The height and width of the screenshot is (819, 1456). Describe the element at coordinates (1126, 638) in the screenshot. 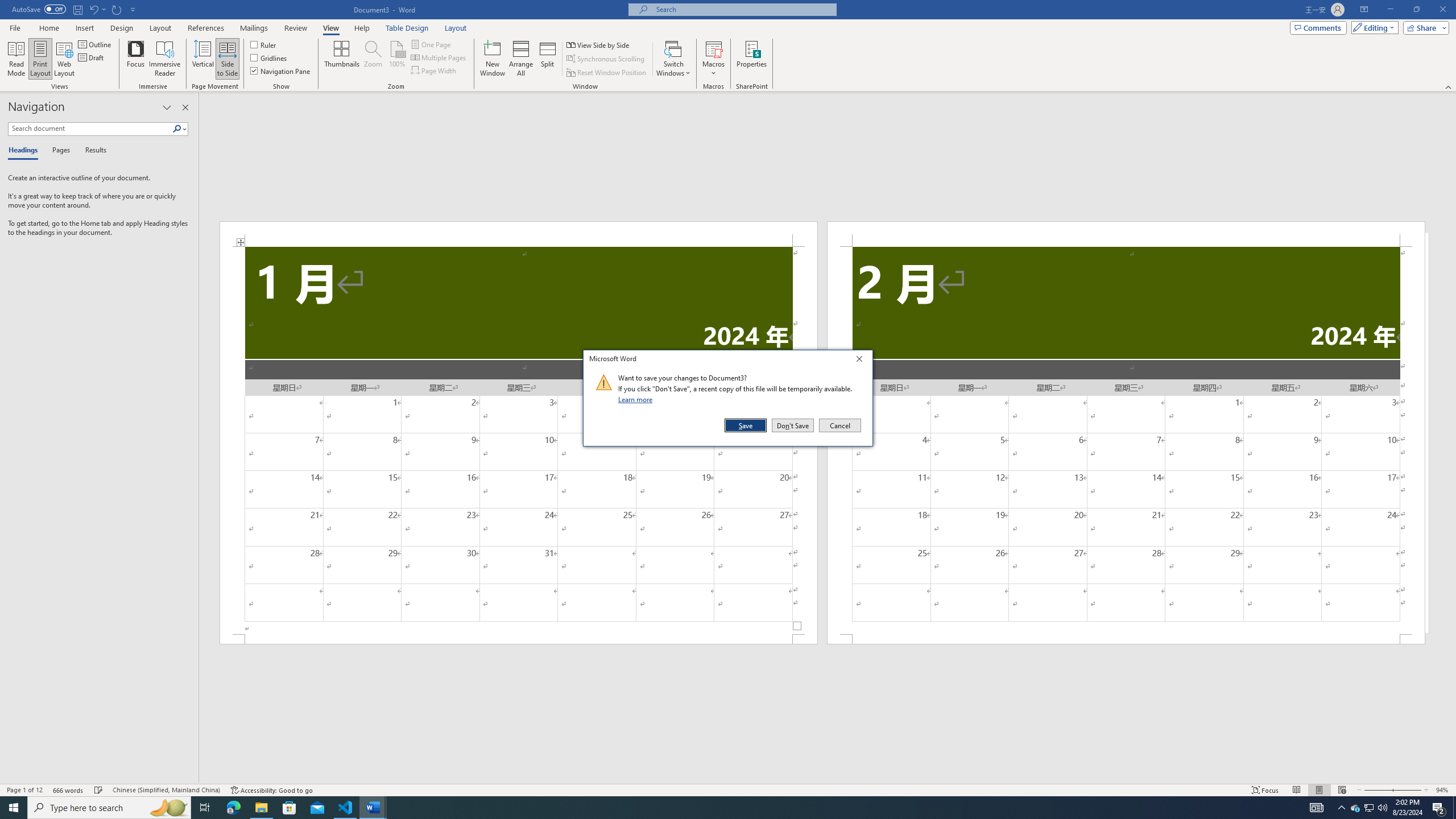

I see `'Footer -Section 2-'` at that location.